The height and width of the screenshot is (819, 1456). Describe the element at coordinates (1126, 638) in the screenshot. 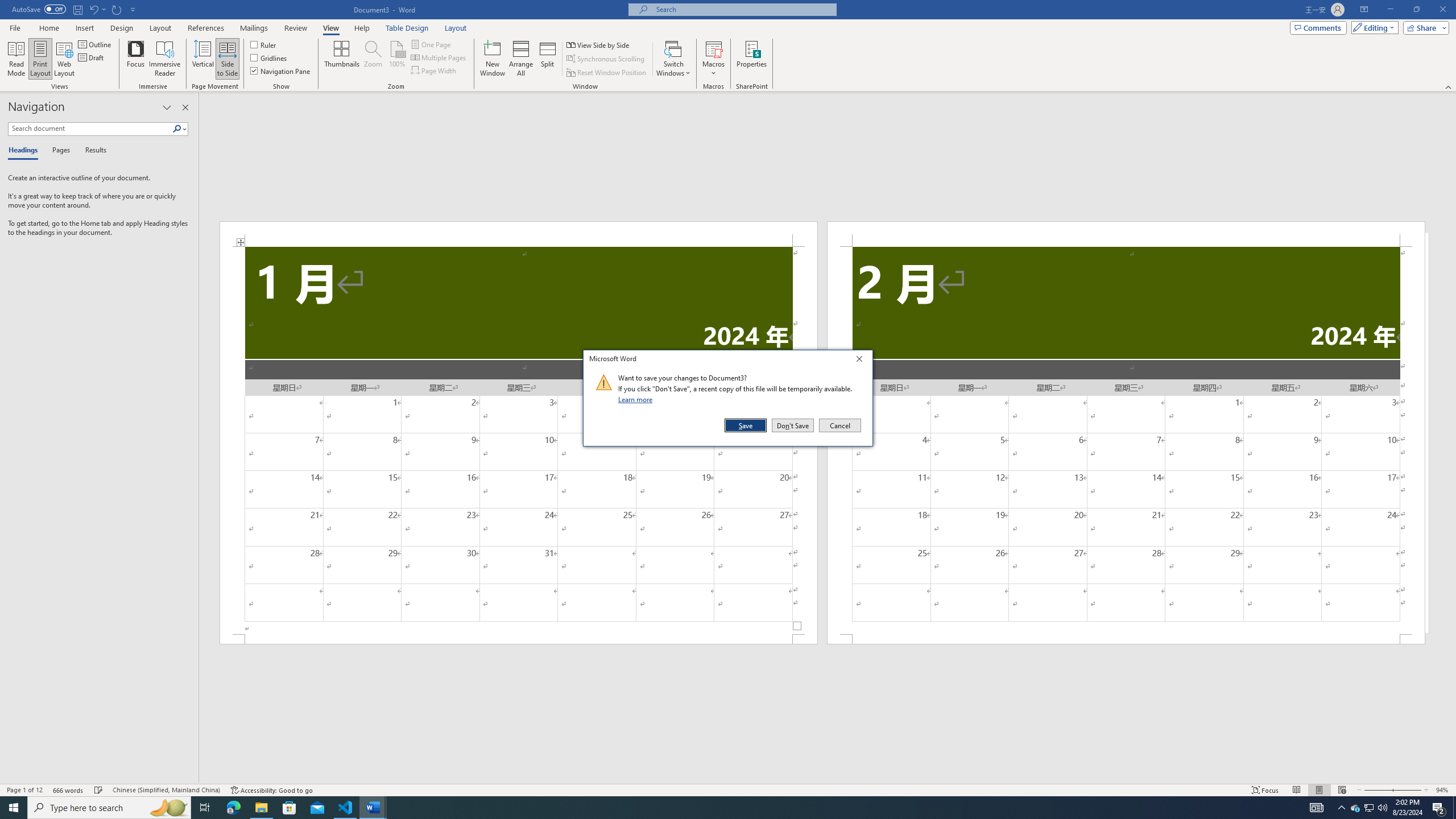

I see `'Footer -Section 2-'` at that location.